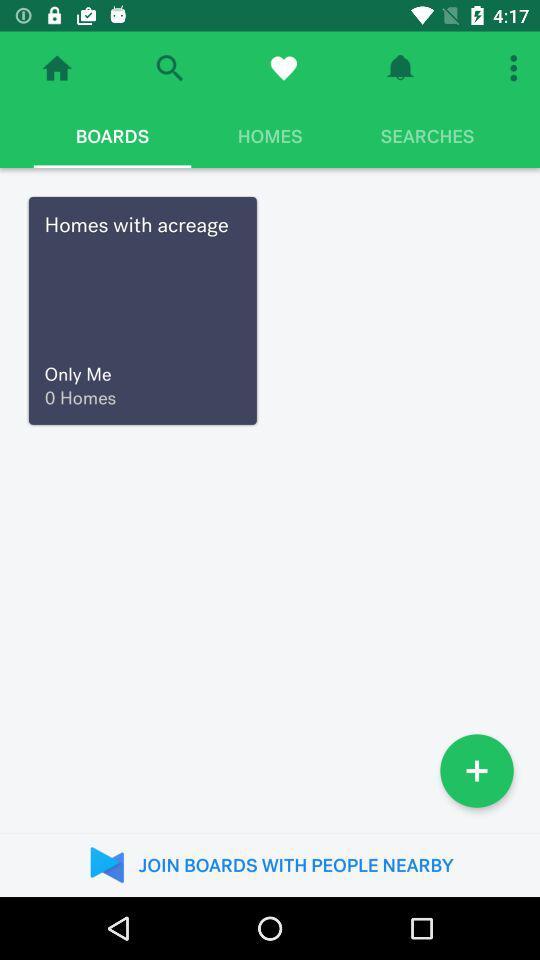 The width and height of the screenshot is (540, 960). Describe the element at coordinates (168, 68) in the screenshot. I see `search` at that location.